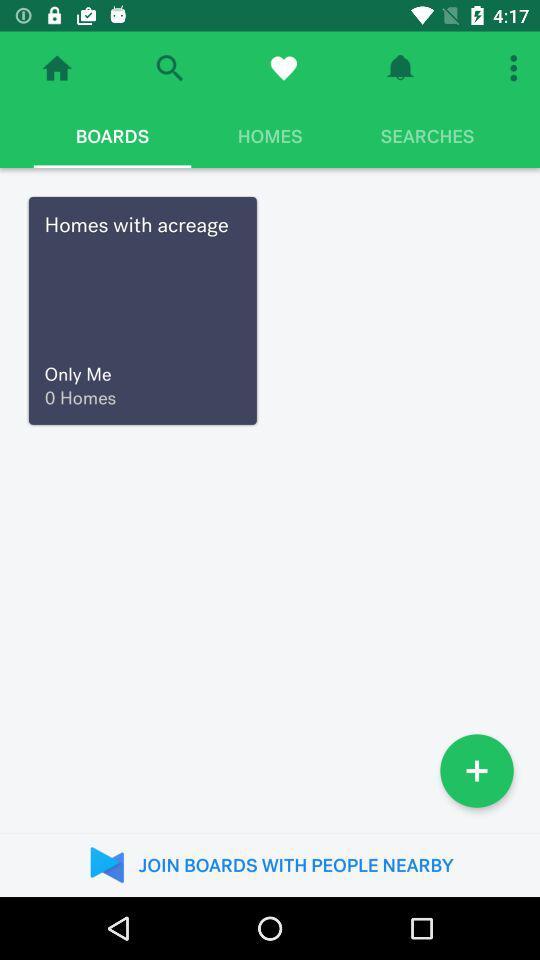 The width and height of the screenshot is (540, 960). Describe the element at coordinates (168, 68) in the screenshot. I see `search` at that location.